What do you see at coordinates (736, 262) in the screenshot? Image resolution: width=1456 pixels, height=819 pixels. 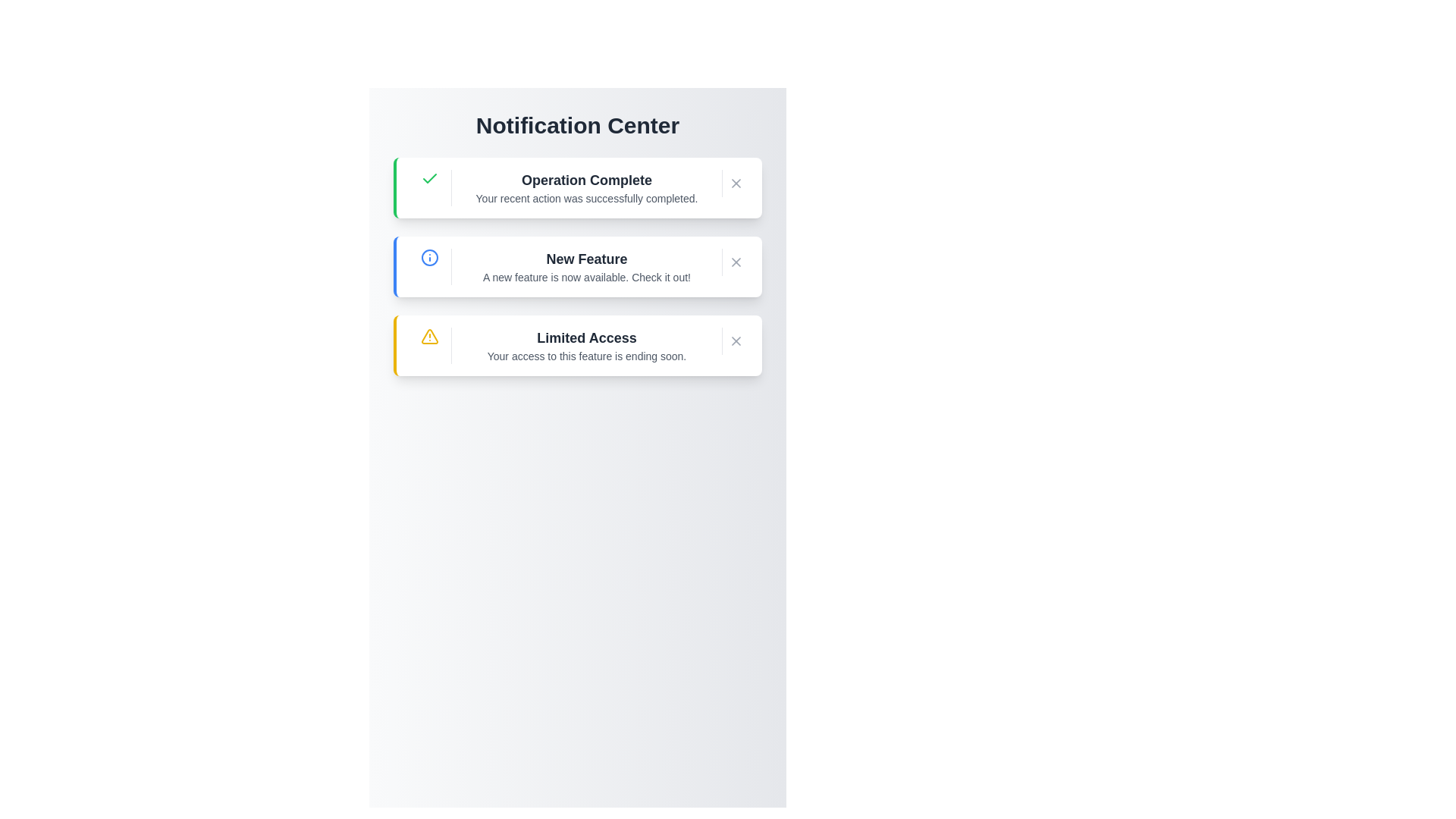 I see `the small circular close button with an 'X' icon located at the top-right corner of the notification box for 'New Feature'` at bounding box center [736, 262].